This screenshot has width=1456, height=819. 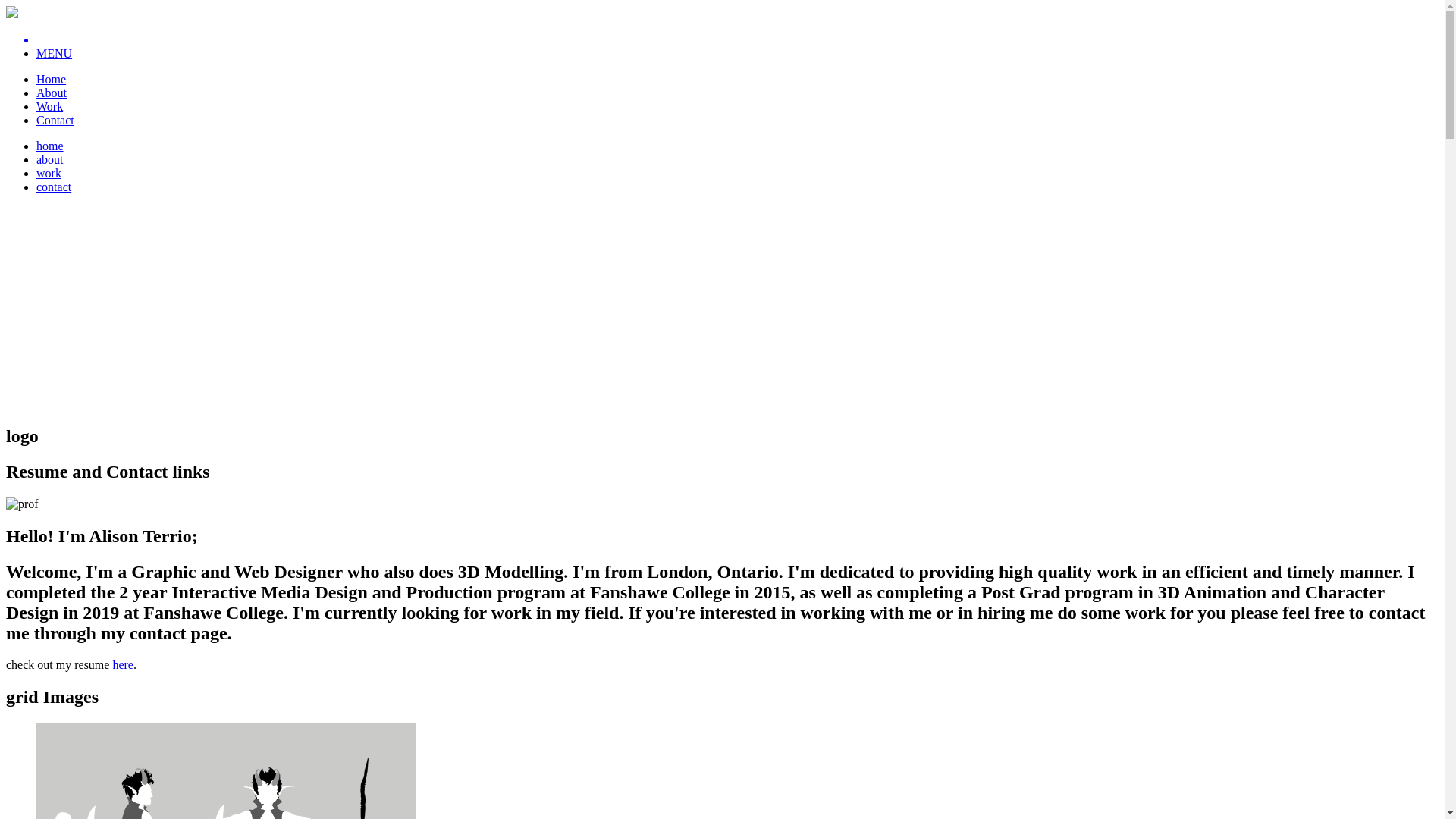 What do you see at coordinates (49, 172) in the screenshot?
I see `'work'` at bounding box center [49, 172].